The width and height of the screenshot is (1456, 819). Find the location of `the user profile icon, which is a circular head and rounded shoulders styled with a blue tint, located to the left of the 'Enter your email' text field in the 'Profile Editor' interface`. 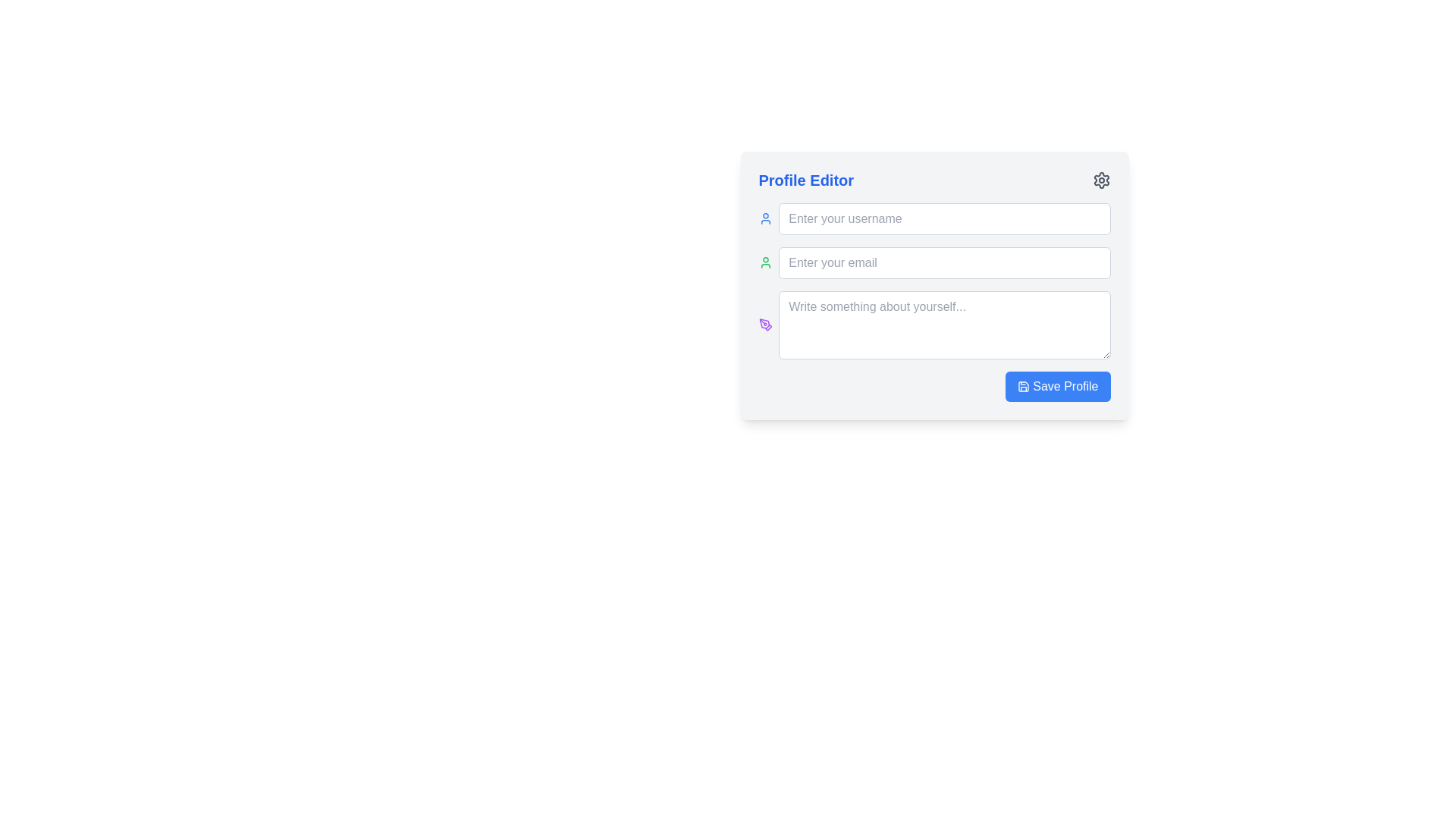

the user profile icon, which is a circular head and rounded shoulders styled with a blue tint, located to the left of the 'Enter your email' text field in the 'Profile Editor' interface is located at coordinates (765, 219).